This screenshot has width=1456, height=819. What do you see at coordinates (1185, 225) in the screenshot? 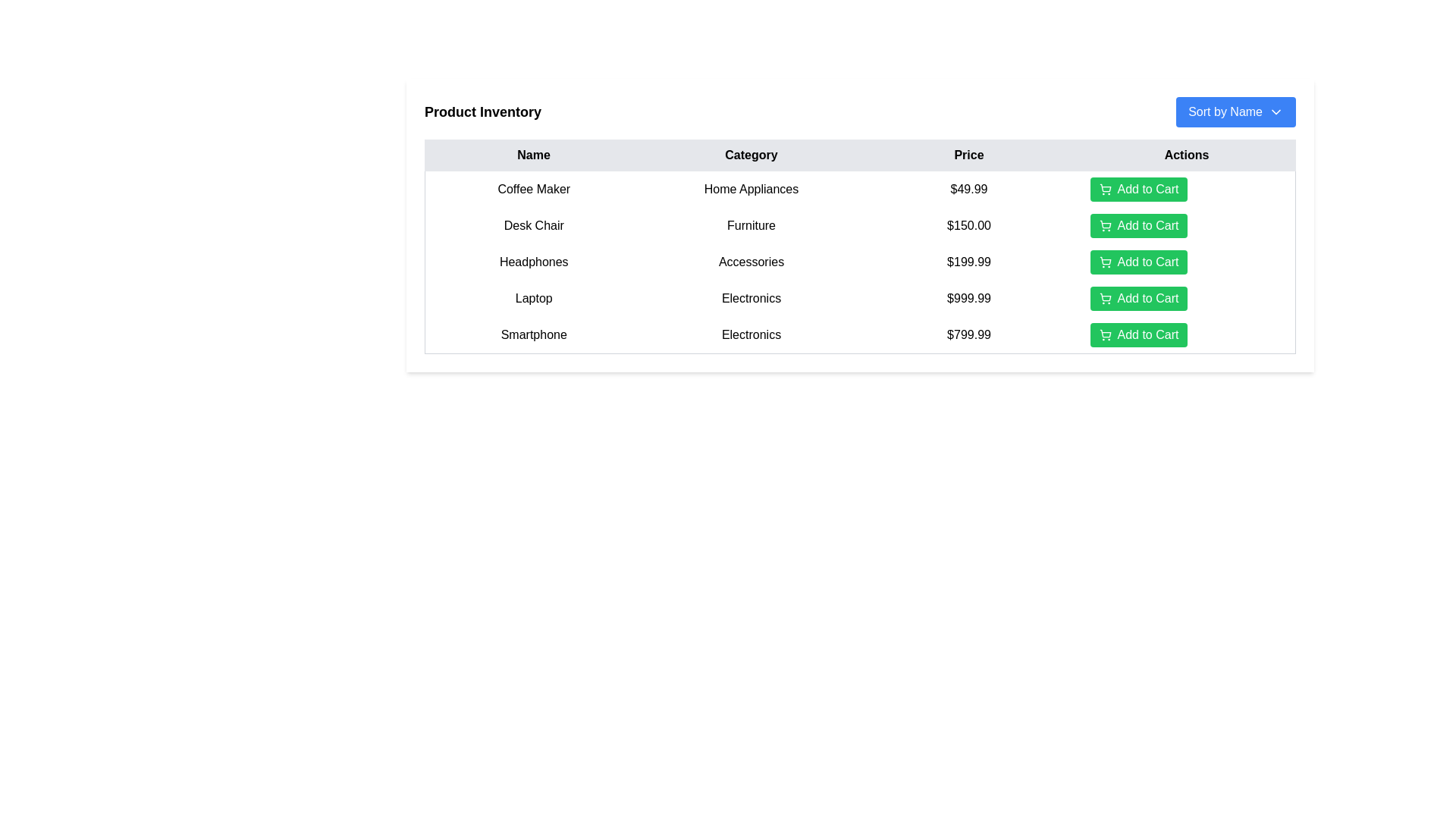
I see `the green 'Add to Cart' button with a shopping cart icon located in the second row, fourth column of the table under the 'Actions' header` at bounding box center [1185, 225].